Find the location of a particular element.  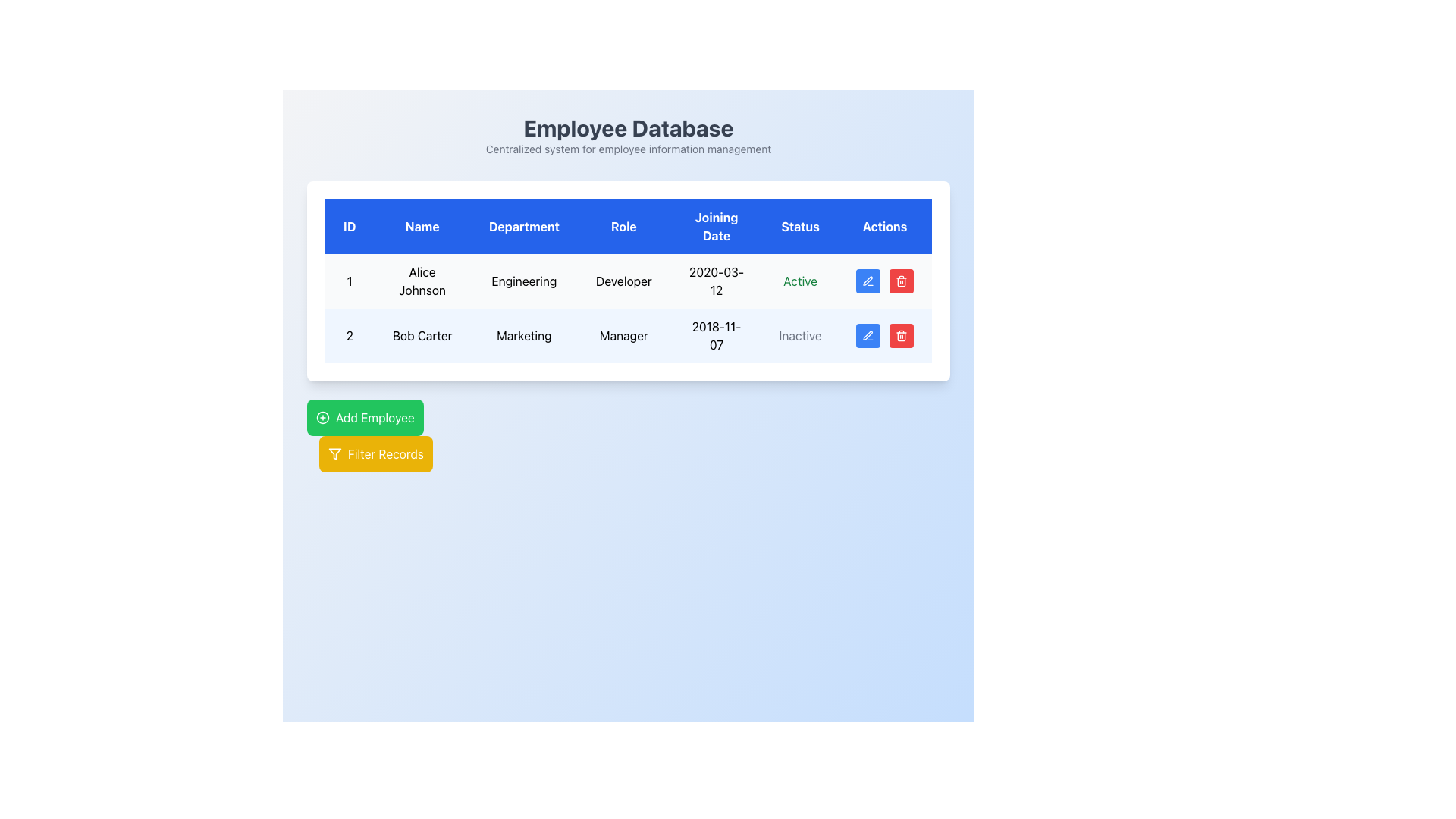

the text label displaying '2020-03-12' in the 'Joining Date' column of the employee data table for Alice Johnson is located at coordinates (716, 281).